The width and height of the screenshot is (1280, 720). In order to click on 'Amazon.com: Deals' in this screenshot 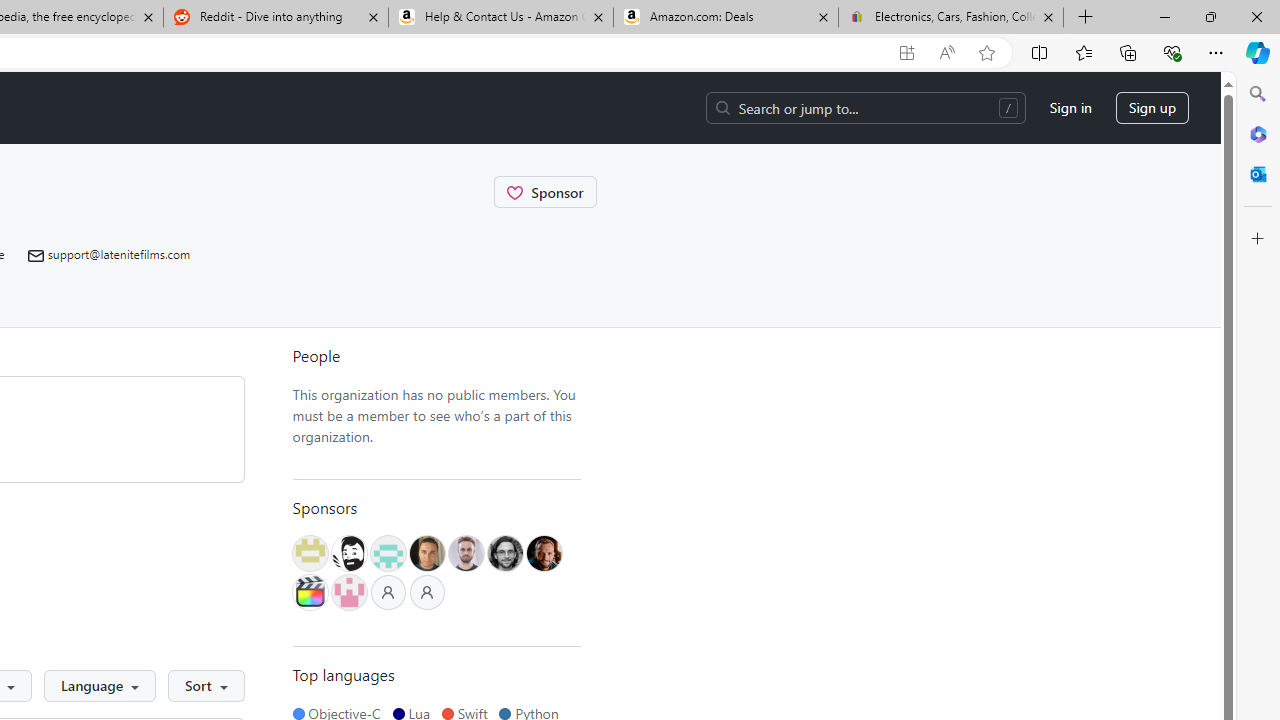, I will do `click(725, 17)`.